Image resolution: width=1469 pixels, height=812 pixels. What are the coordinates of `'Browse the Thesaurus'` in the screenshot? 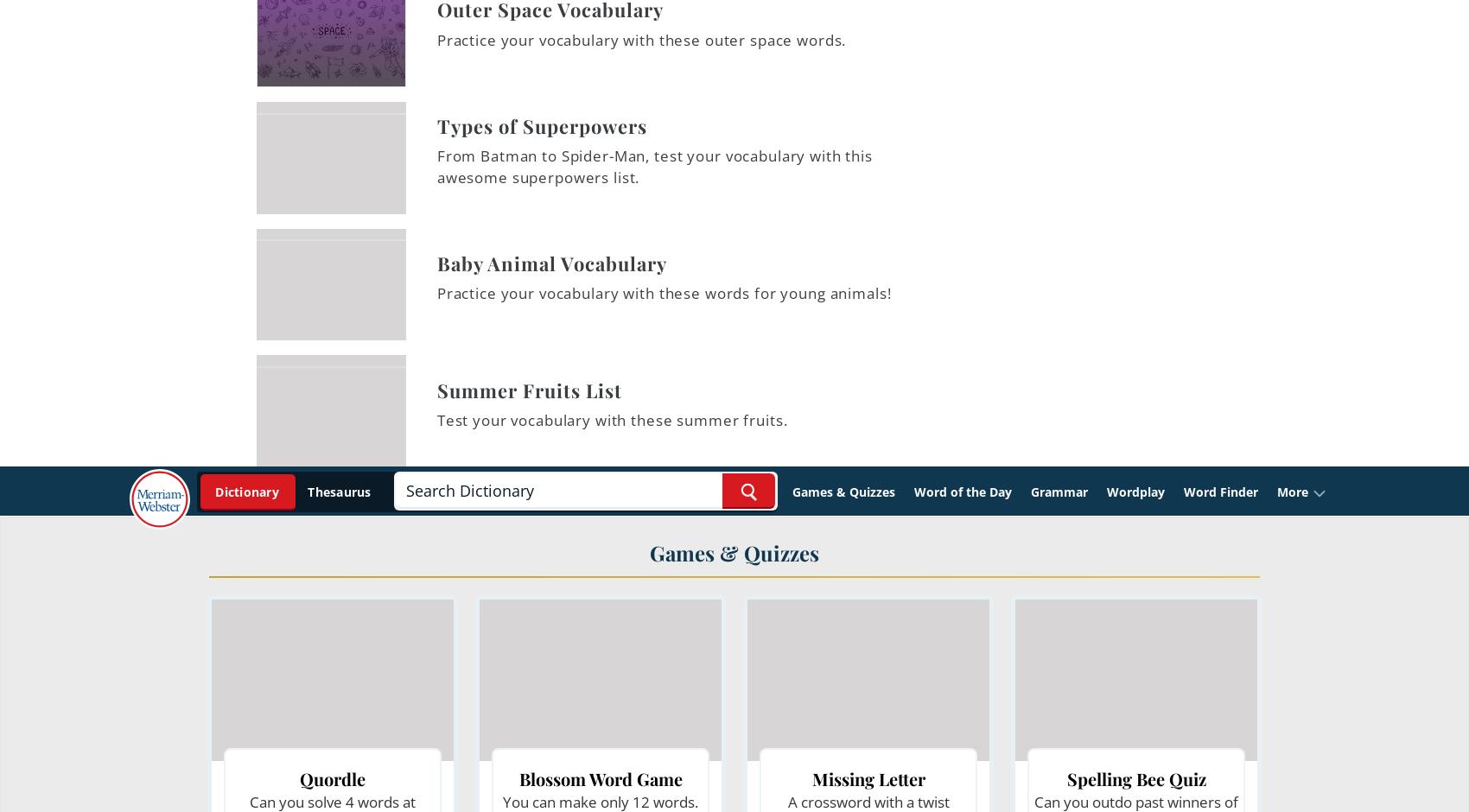 It's located at (431, 124).